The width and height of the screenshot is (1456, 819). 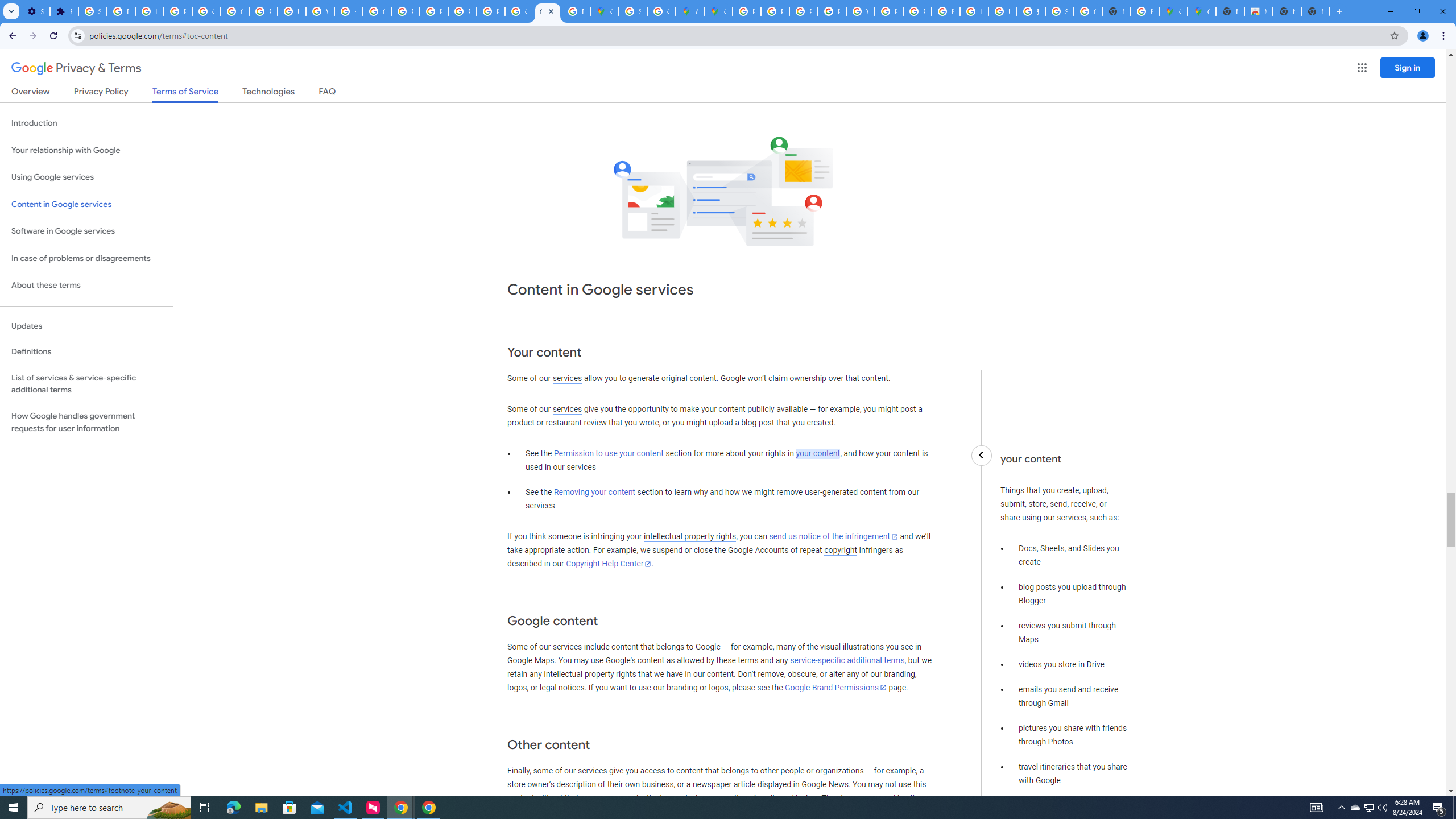 What do you see at coordinates (835, 686) in the screenshot?
I see `'Google Brand Permissions'` at bounding box center [835, 686].